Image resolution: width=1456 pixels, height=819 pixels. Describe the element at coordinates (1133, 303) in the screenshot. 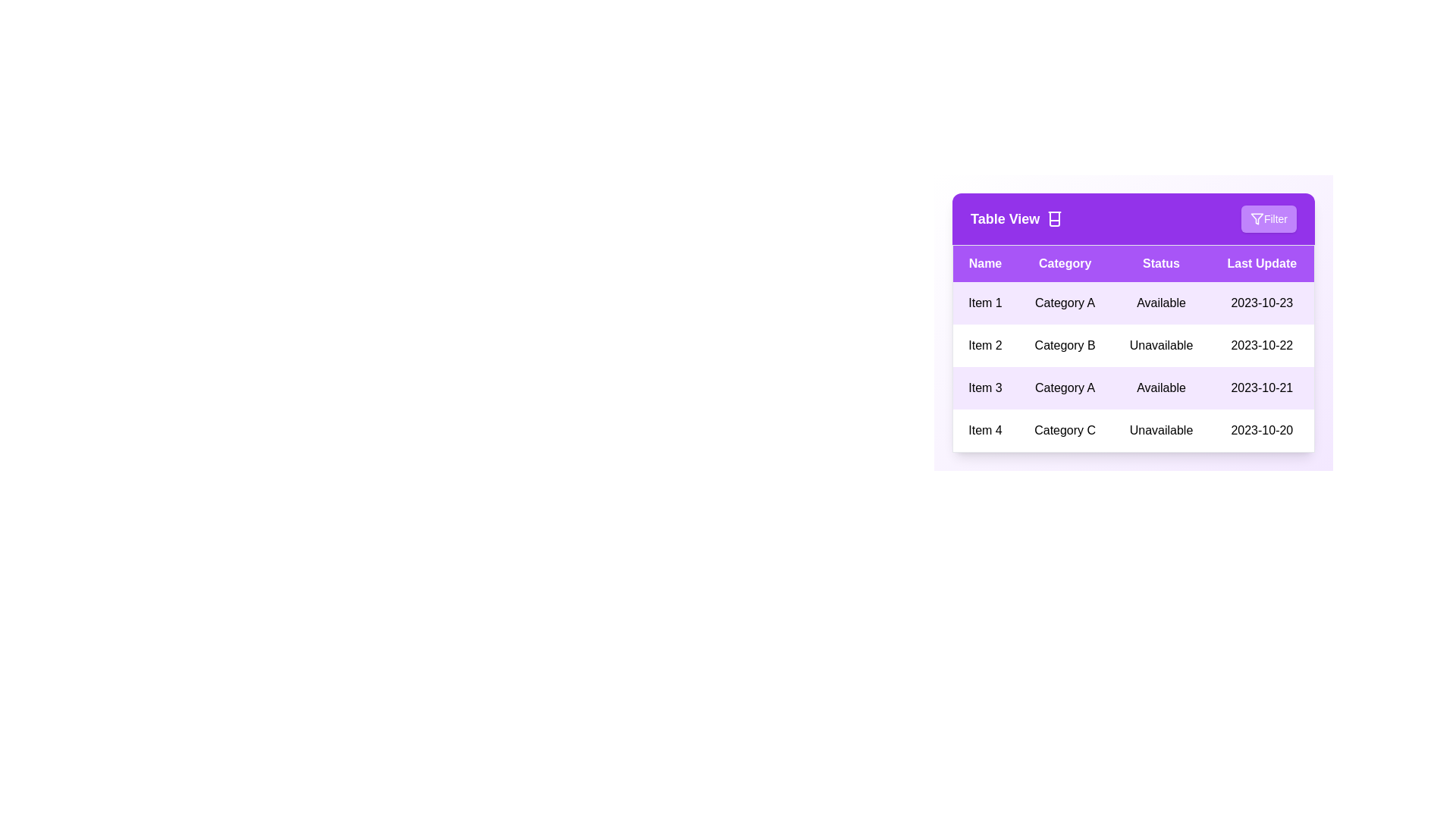

I see `the row corresponding to 1` at that location.